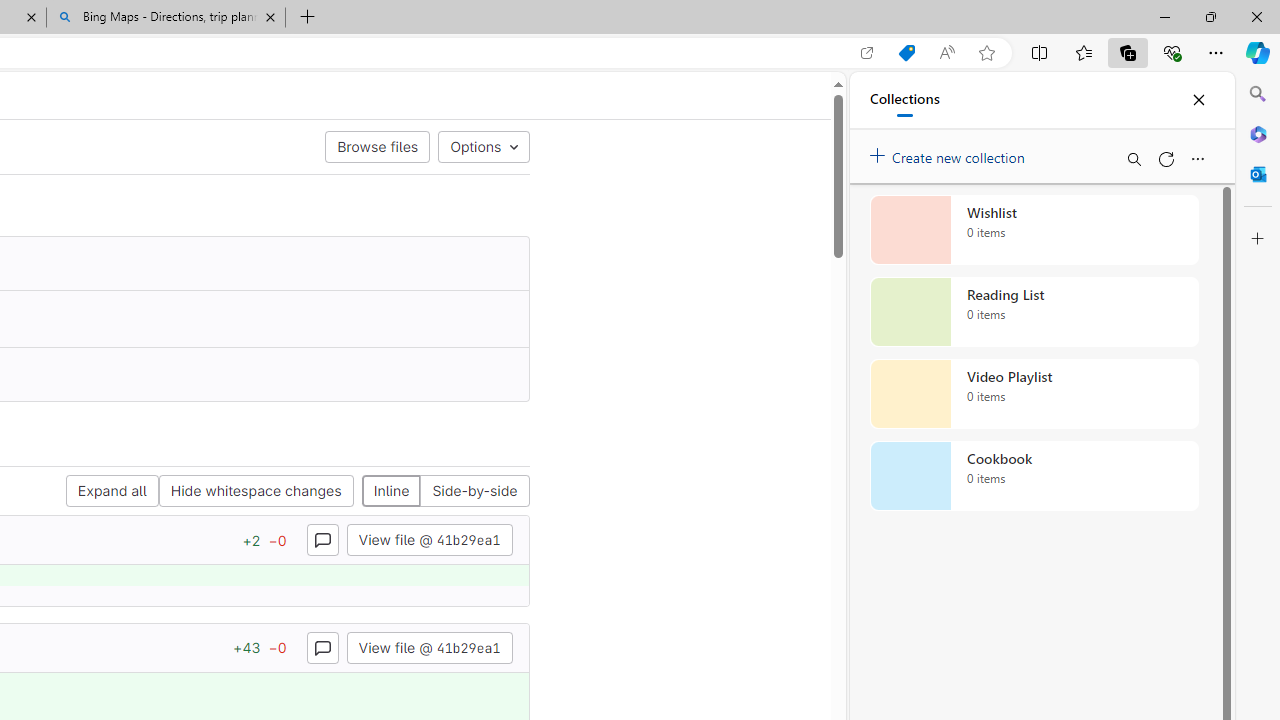 The height and width of the screenshot is (720, 1280). Describe the element at coordinates (322, 647) in the screenshot. I see `'Toggle comments for this file'` at that location.